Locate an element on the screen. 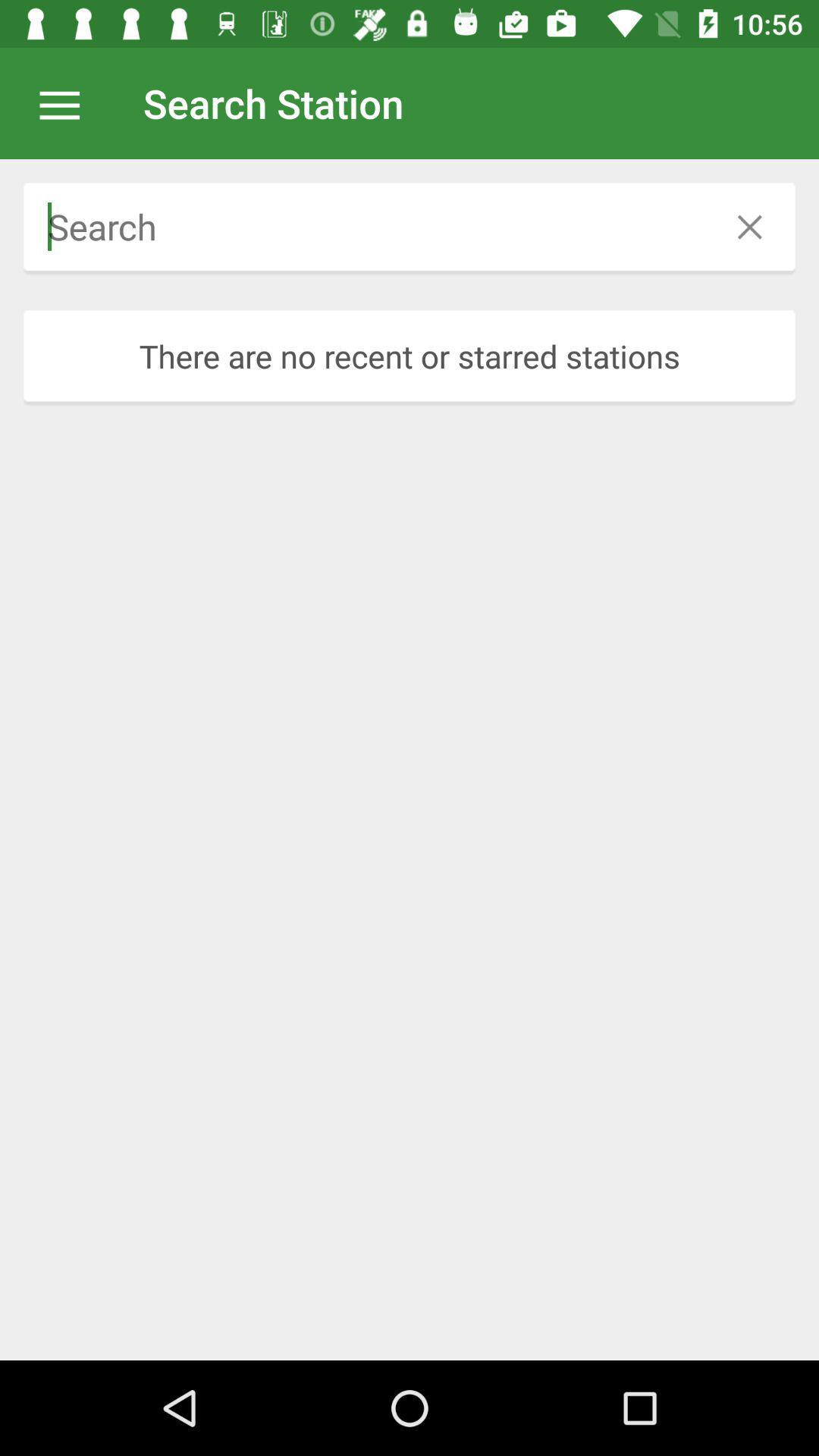 This screenshot has height=1456, width=819. search option is located at coordinates (364, 226).